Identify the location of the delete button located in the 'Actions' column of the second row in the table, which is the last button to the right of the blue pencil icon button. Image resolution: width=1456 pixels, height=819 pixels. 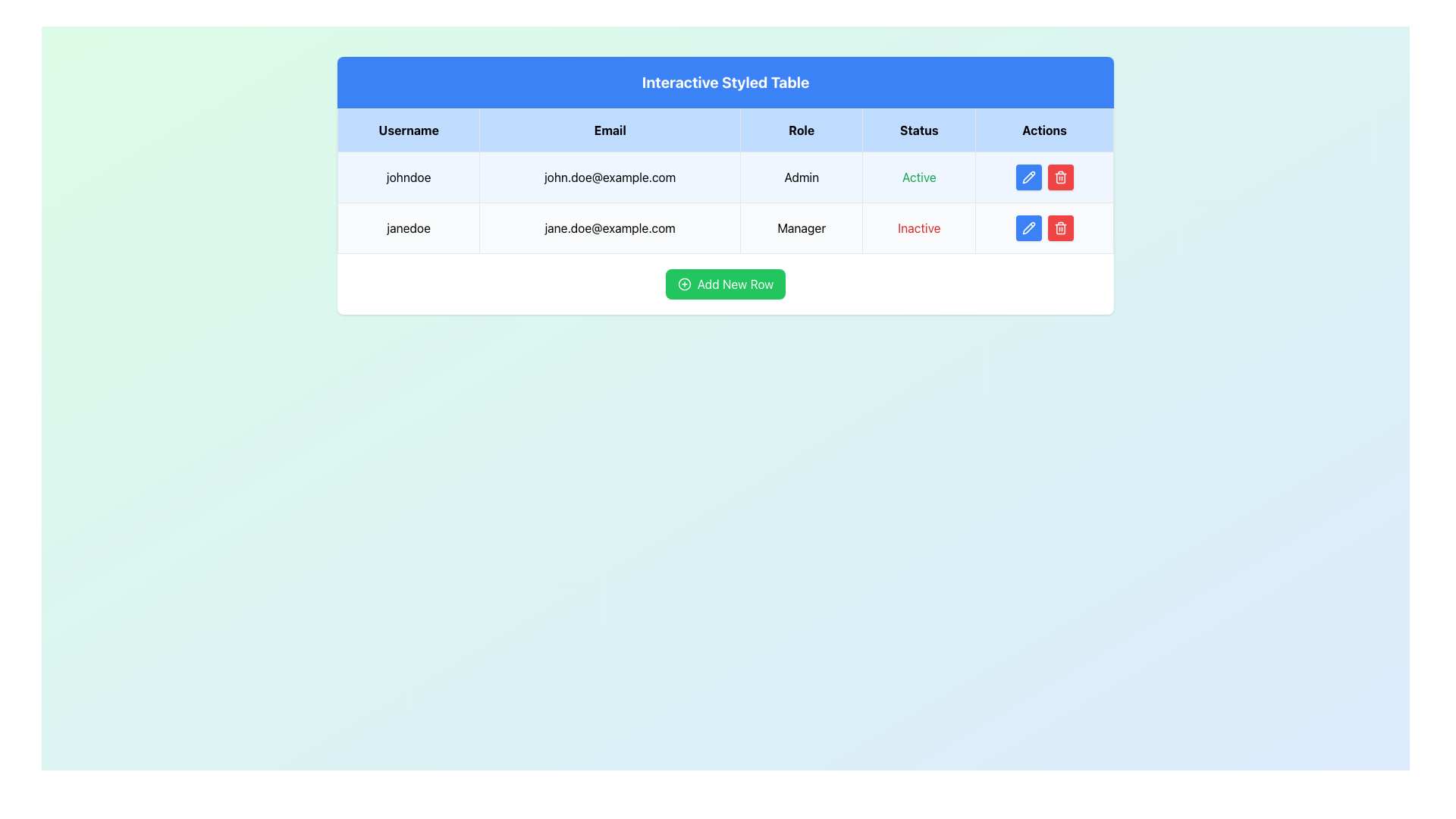
(1059, 227).